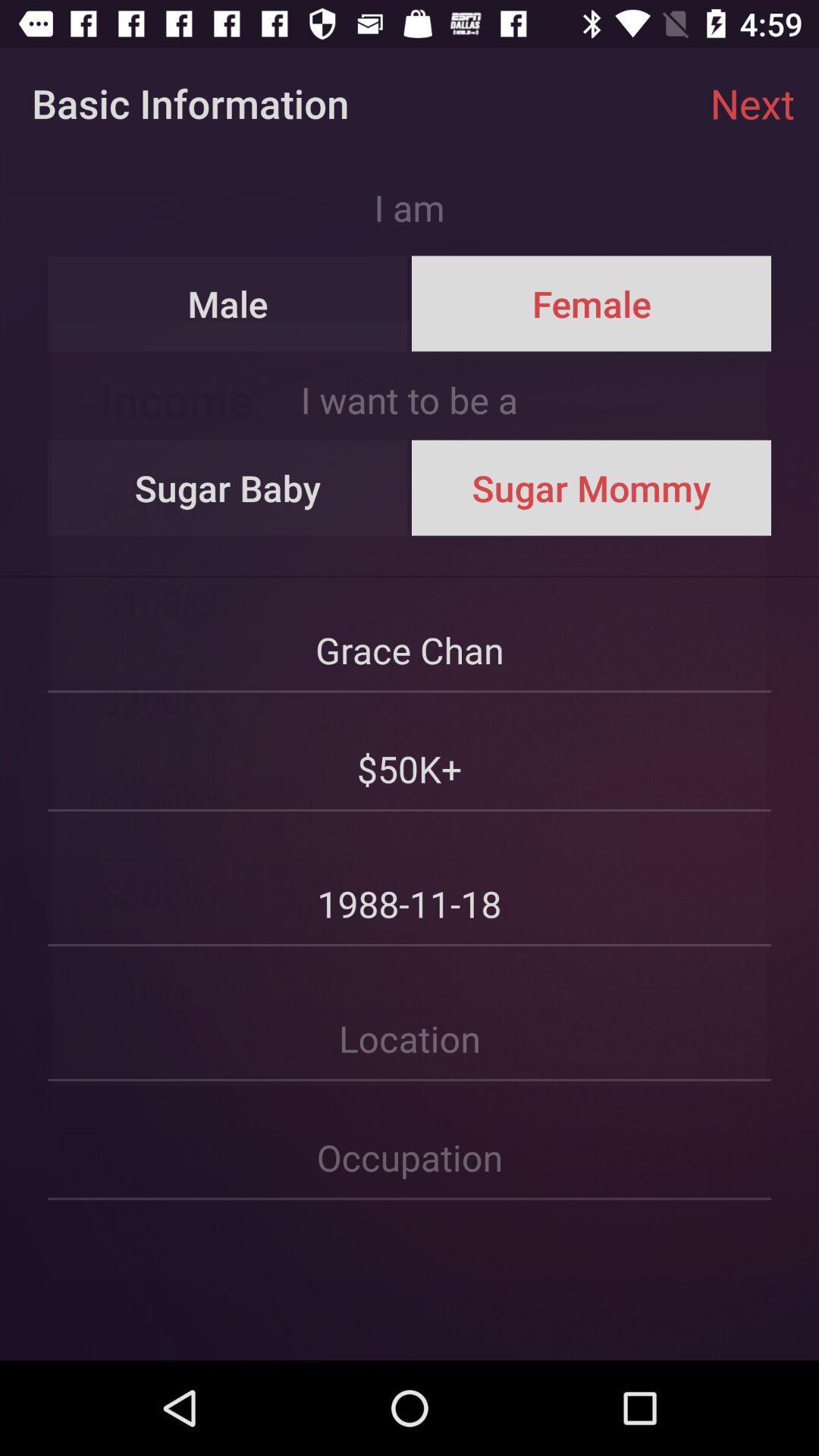 Image resolution: width=819 pixels, height=1456 pixels. Describe the element at coordinates (590, 303) in the screenshot. I see `icon next to male` at that location.